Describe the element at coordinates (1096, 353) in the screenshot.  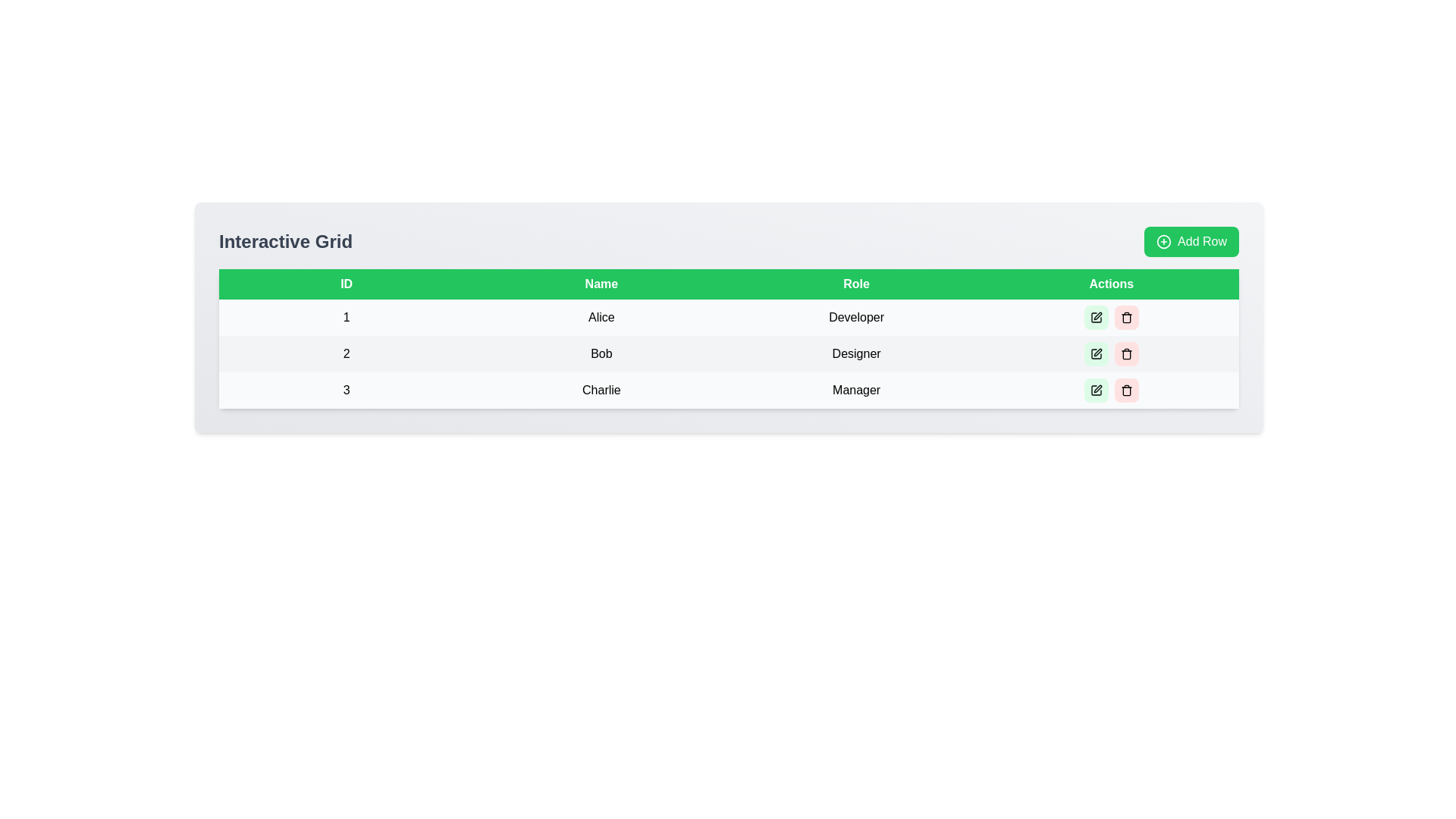
I see `the outlined square icon in the 'Actions' column of the second row for 'Bob, Designer', which is the first icon next to the delete action icon` at that location.